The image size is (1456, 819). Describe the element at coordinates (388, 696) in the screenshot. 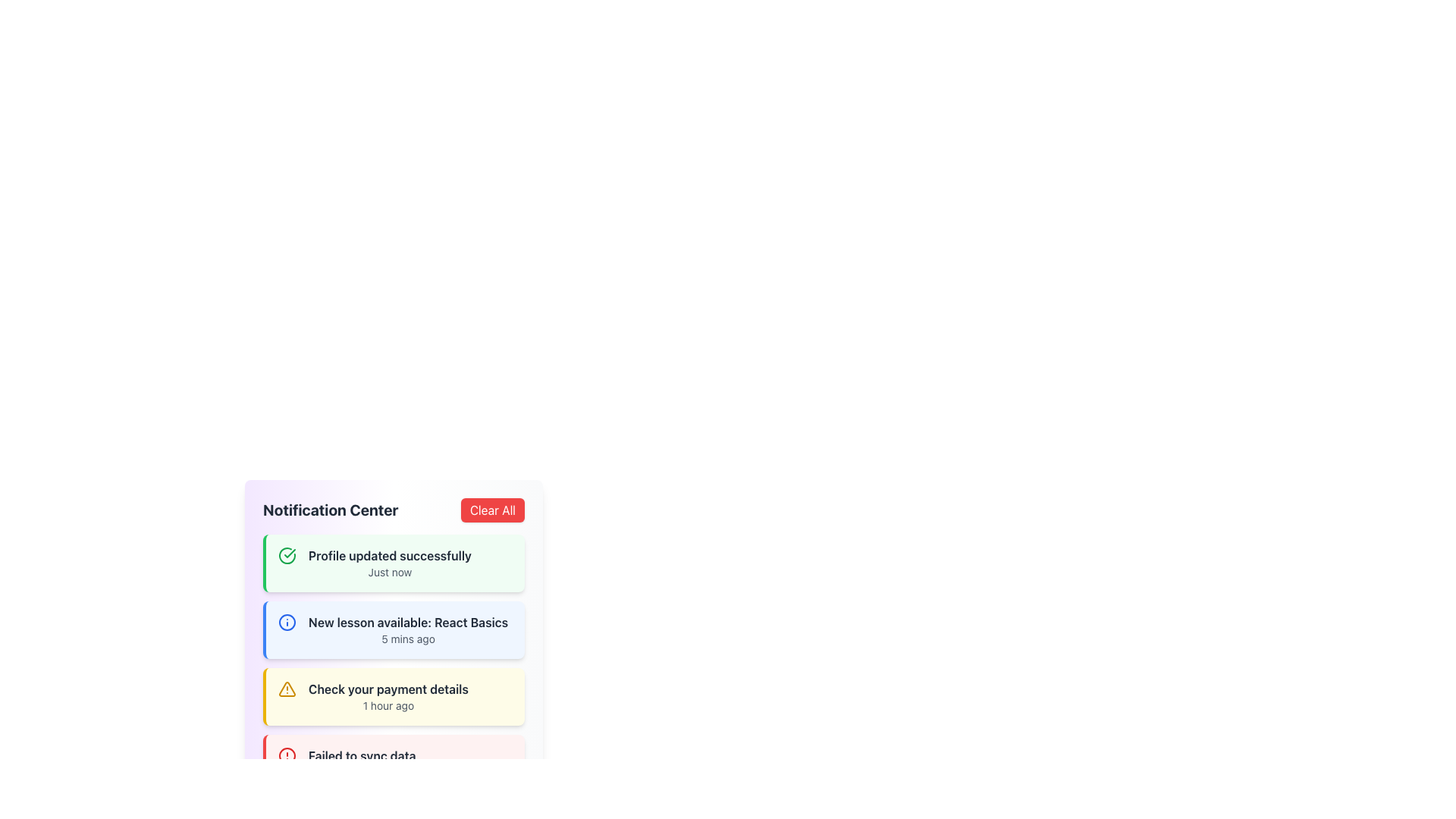

I see `the notification card informing about checking payment details` at that location.